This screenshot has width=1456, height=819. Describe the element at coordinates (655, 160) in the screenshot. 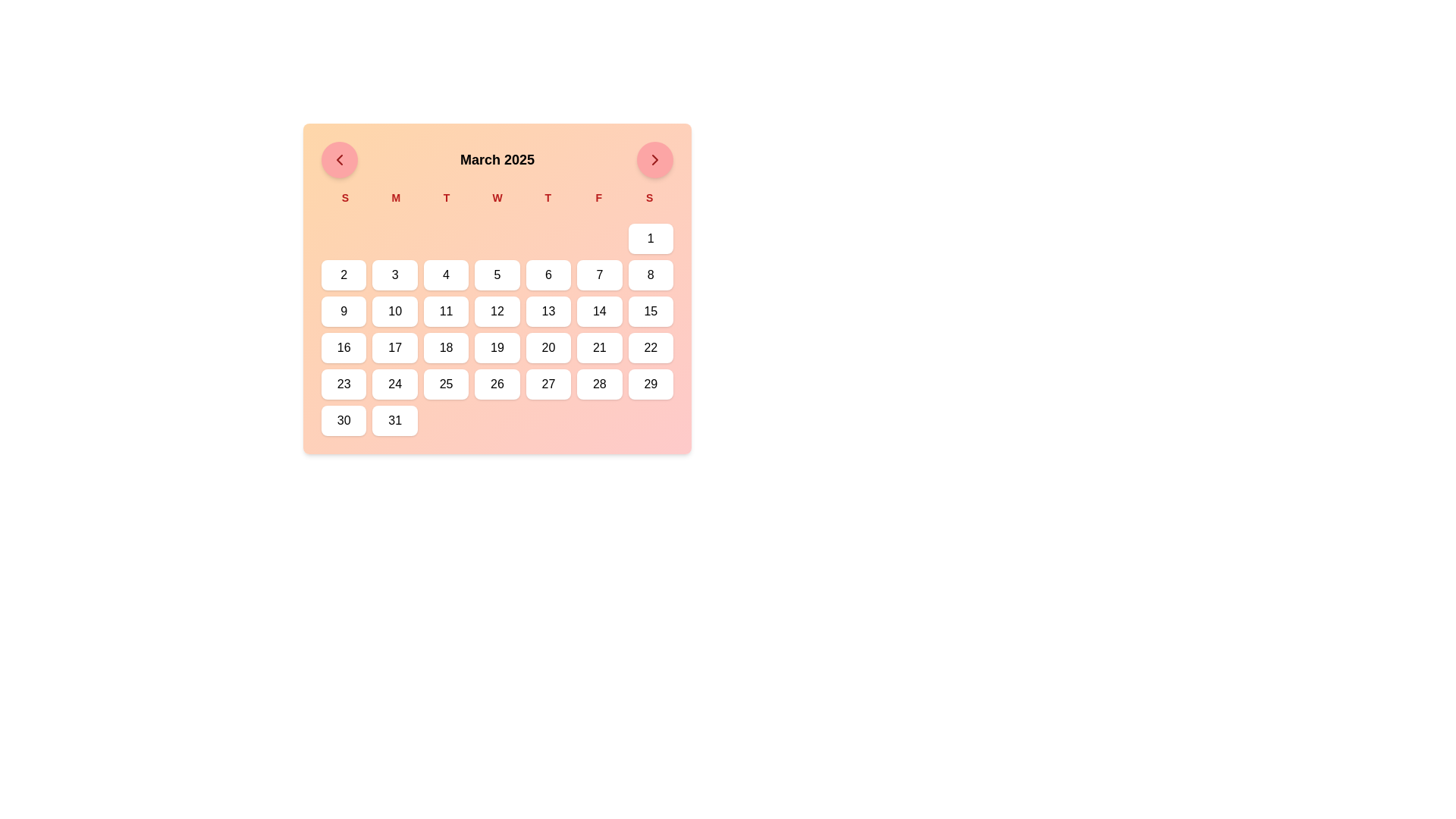

I see `the right-pointing chevron icon located in the top-right side of the calendar interface to trigger navigation` at that location.